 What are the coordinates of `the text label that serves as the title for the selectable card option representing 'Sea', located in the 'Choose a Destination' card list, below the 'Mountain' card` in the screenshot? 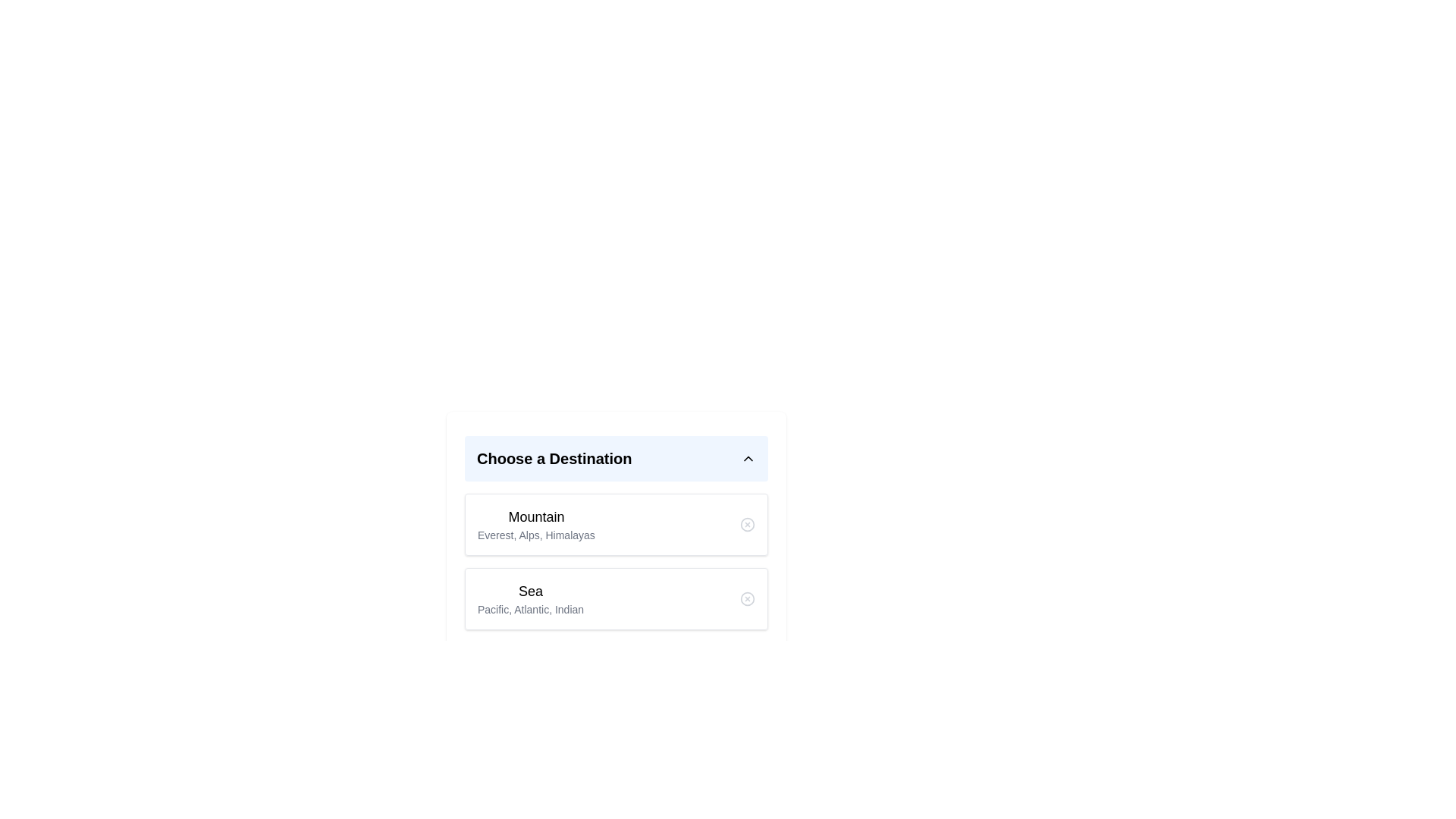 It's located at (531, 590).